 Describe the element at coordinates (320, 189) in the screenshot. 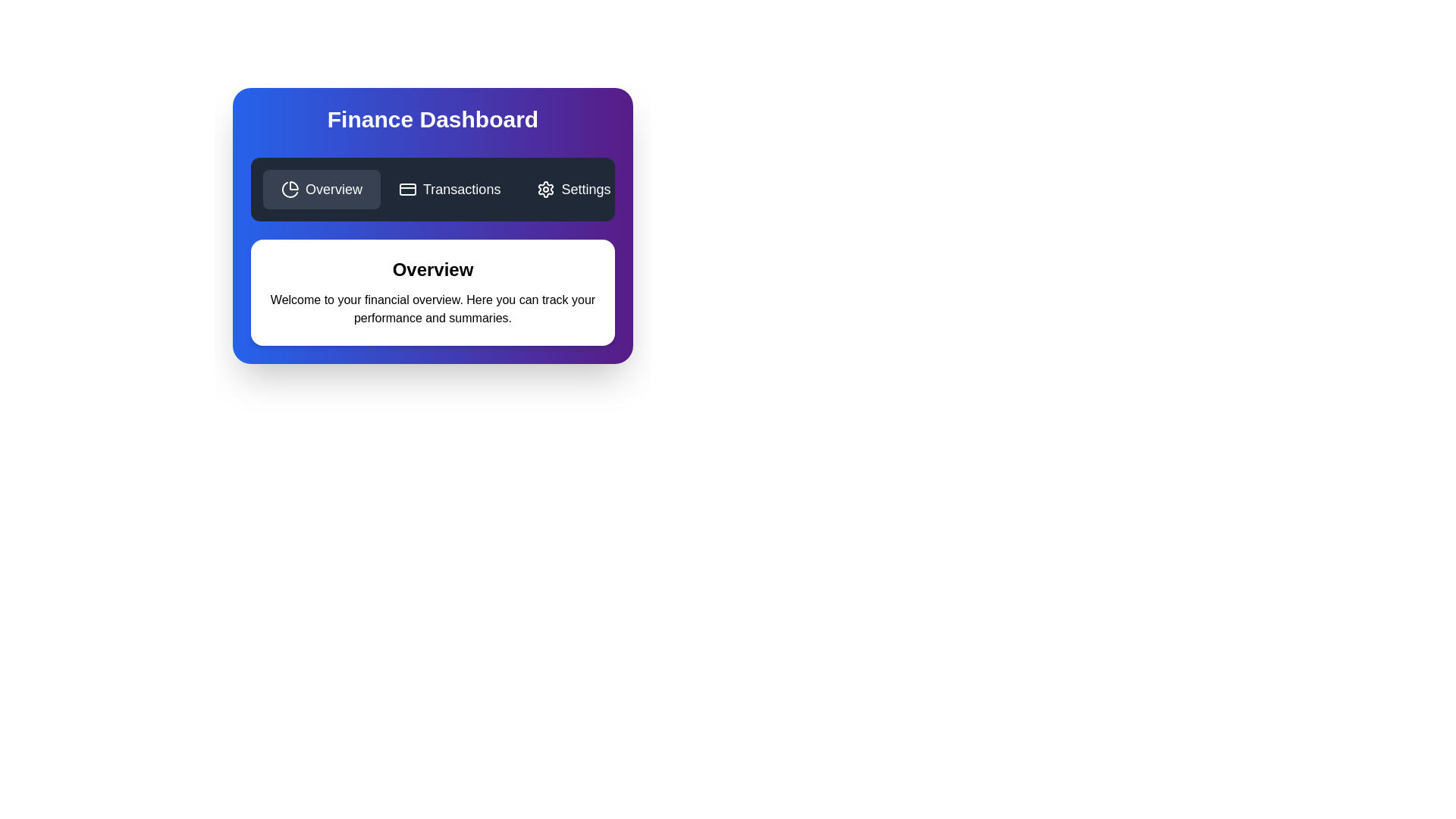

I see `the first button in the horizontal group of three buttons in the navigation bar` at that location.